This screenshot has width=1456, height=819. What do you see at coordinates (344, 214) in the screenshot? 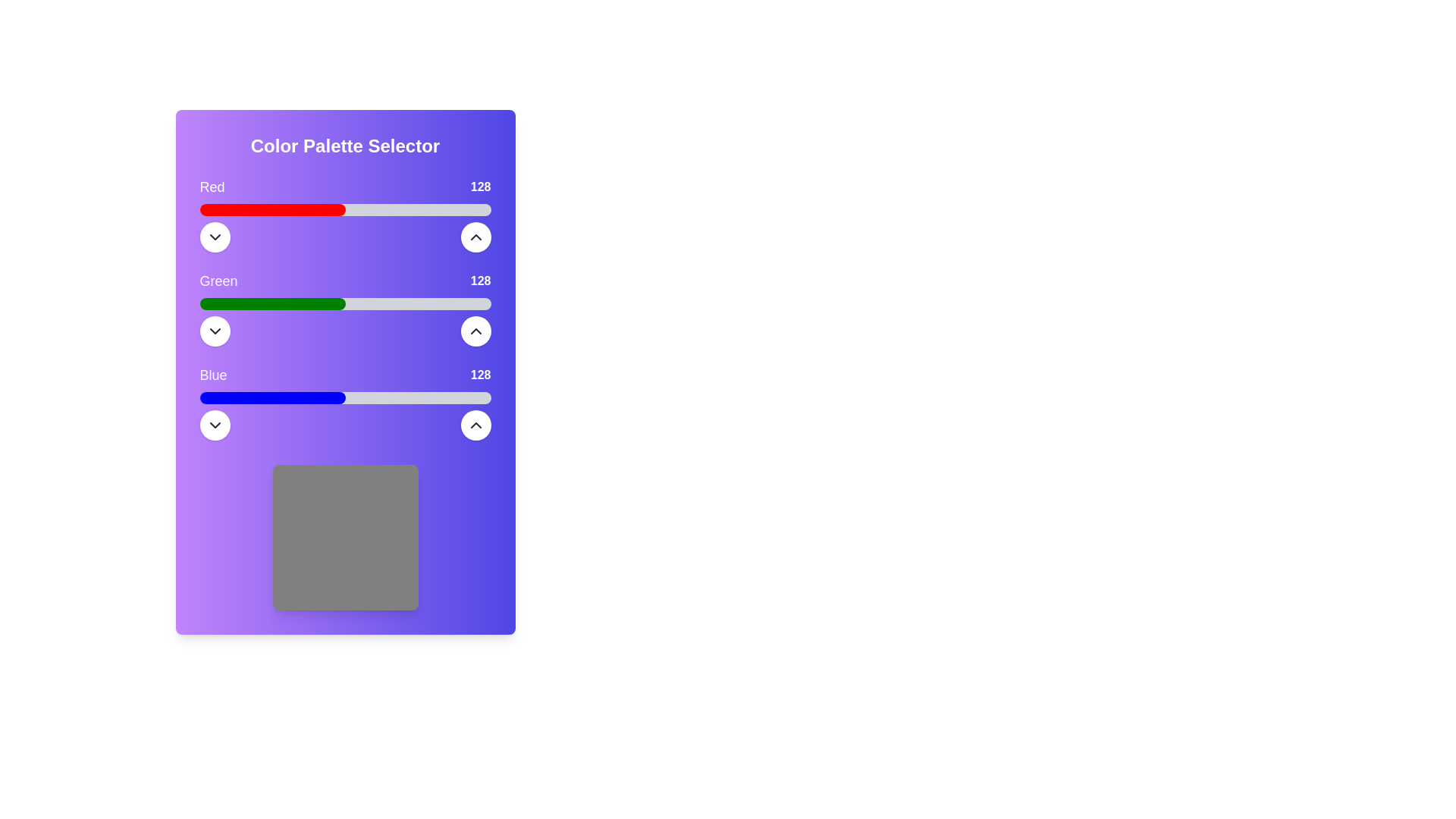
I see `the red progress bar labeled 'Red' with the value '128' and the associated controls below it in the 'Color Palette Selector' section` at bounding box center [344, 214].